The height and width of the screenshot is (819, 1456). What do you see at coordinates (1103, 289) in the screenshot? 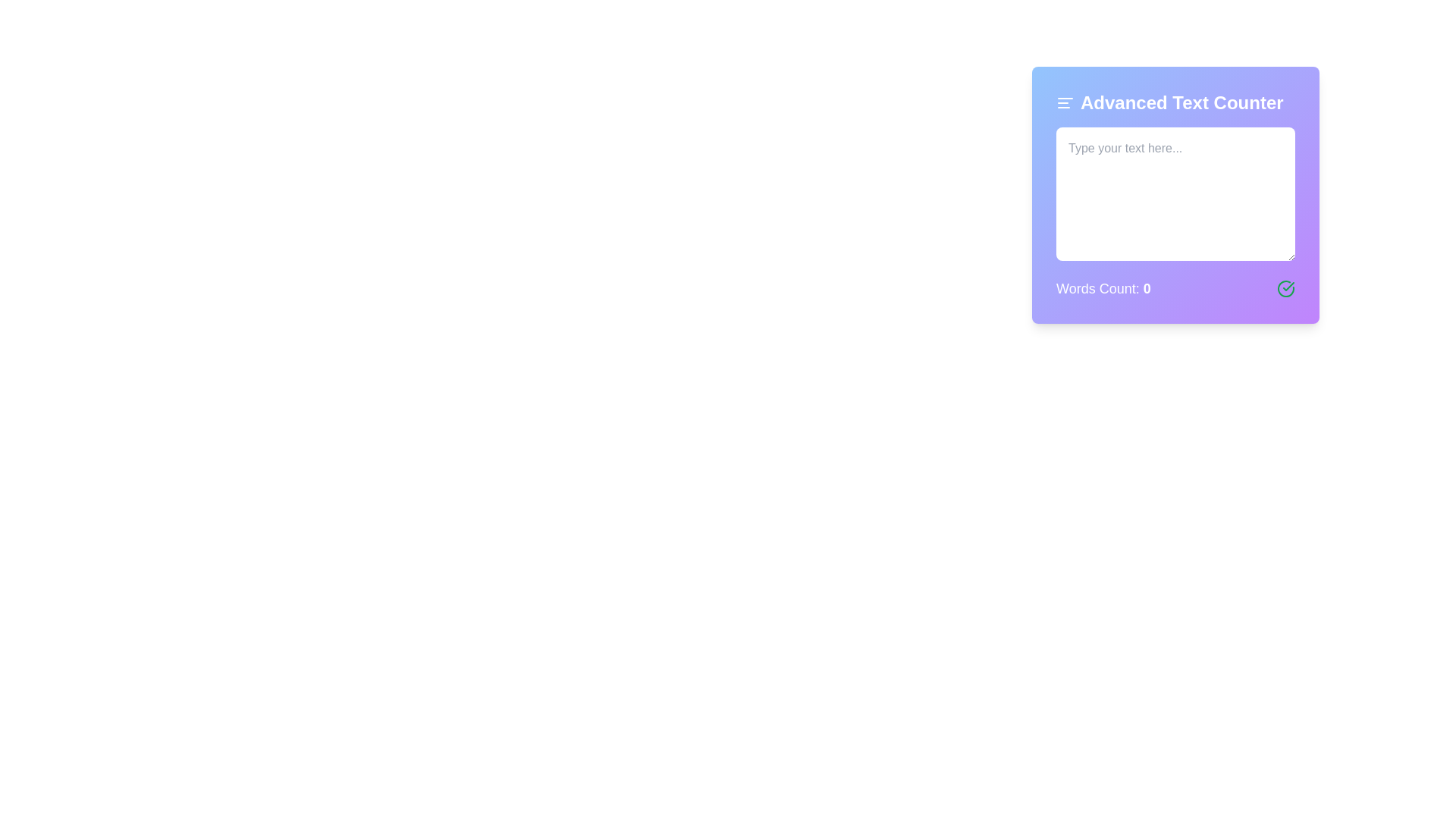
I see `the static text label that reads 'Words Count: 0', which is styled with a large font size and located in a light purple area at the leftmost position of its horizontal section` at bounding box center [1103, 289].